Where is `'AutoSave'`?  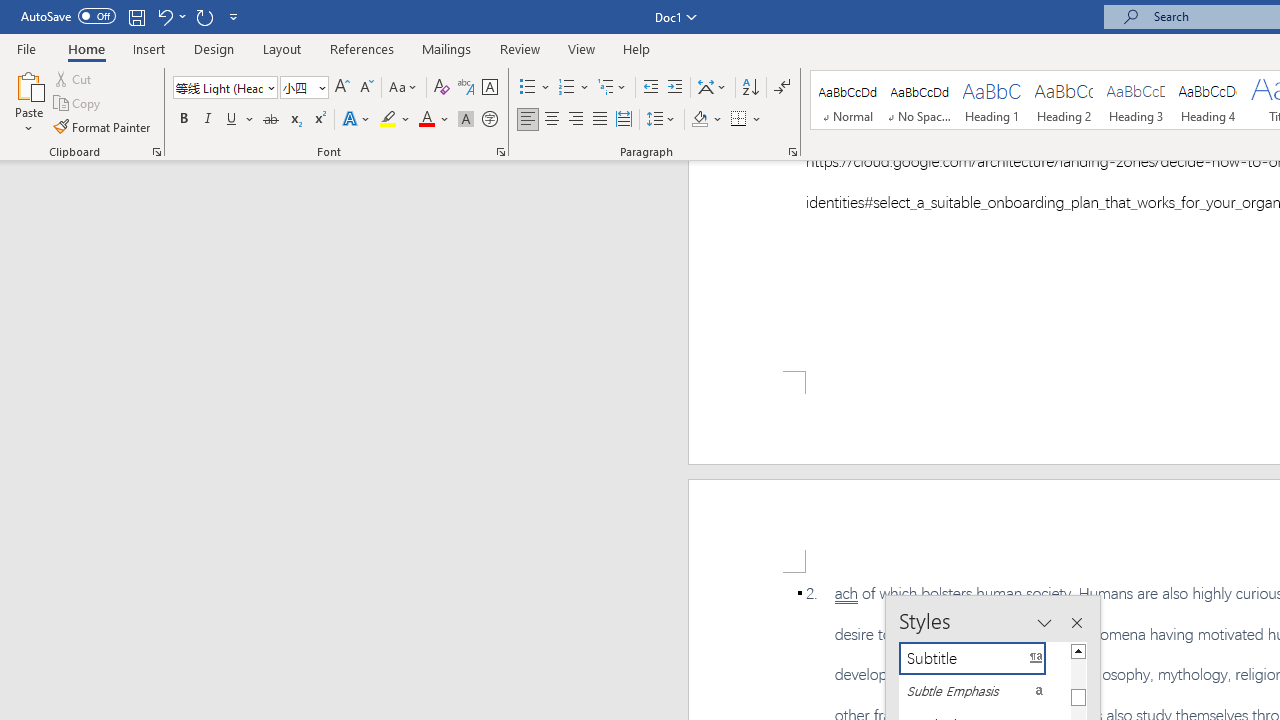 'AutoSave' is located at coordinates (68, 16).